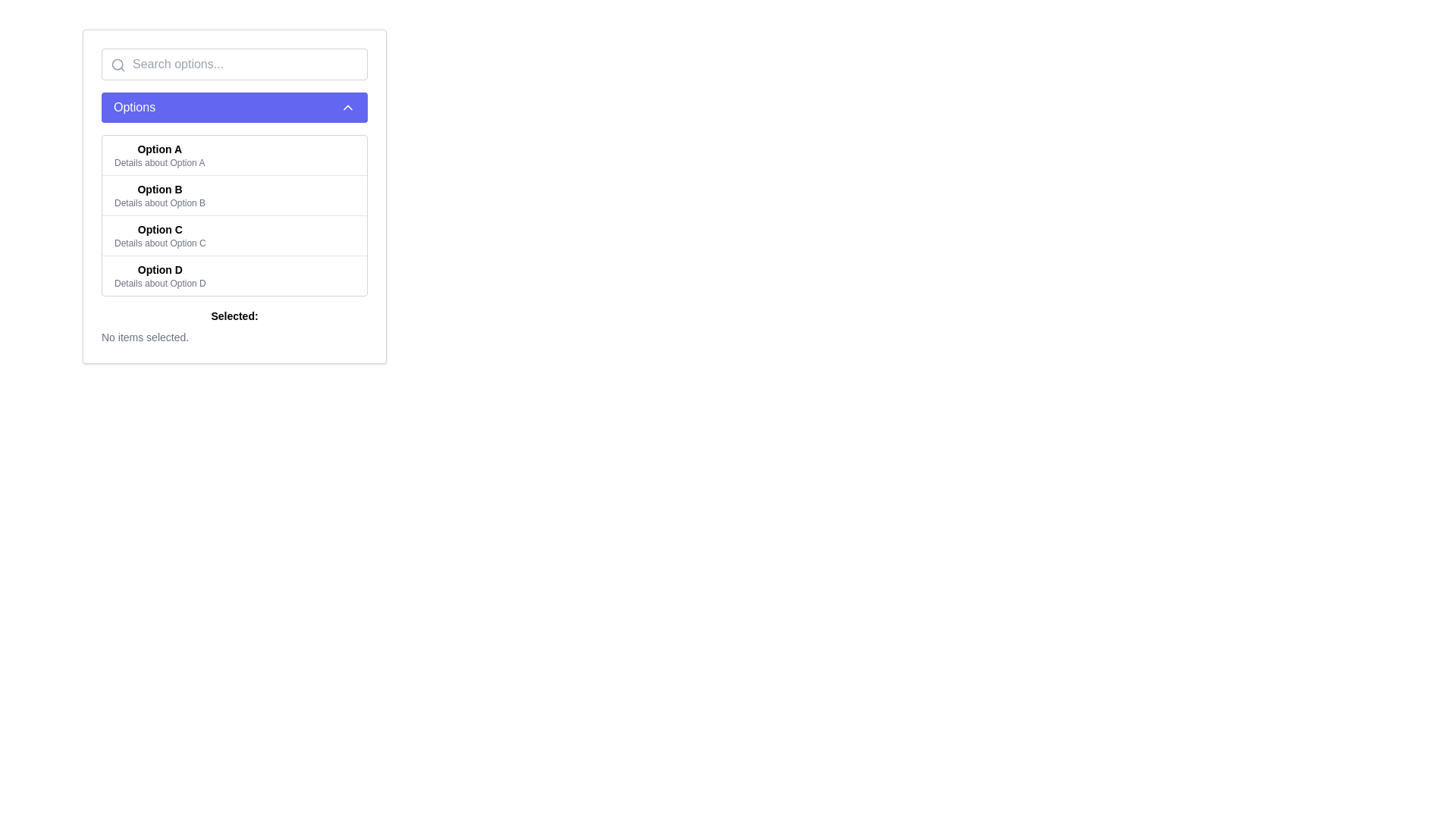 The width and height of the screenshot is (1456, 819). What do you see at coordinates (160, 202) in the screenshot?
I see `the text label displaying 'Details about Option B', which is styled with a small font size and light gray color, located below 'Option B' in the second option row of the vertical list` at bounding box center [160, 202].